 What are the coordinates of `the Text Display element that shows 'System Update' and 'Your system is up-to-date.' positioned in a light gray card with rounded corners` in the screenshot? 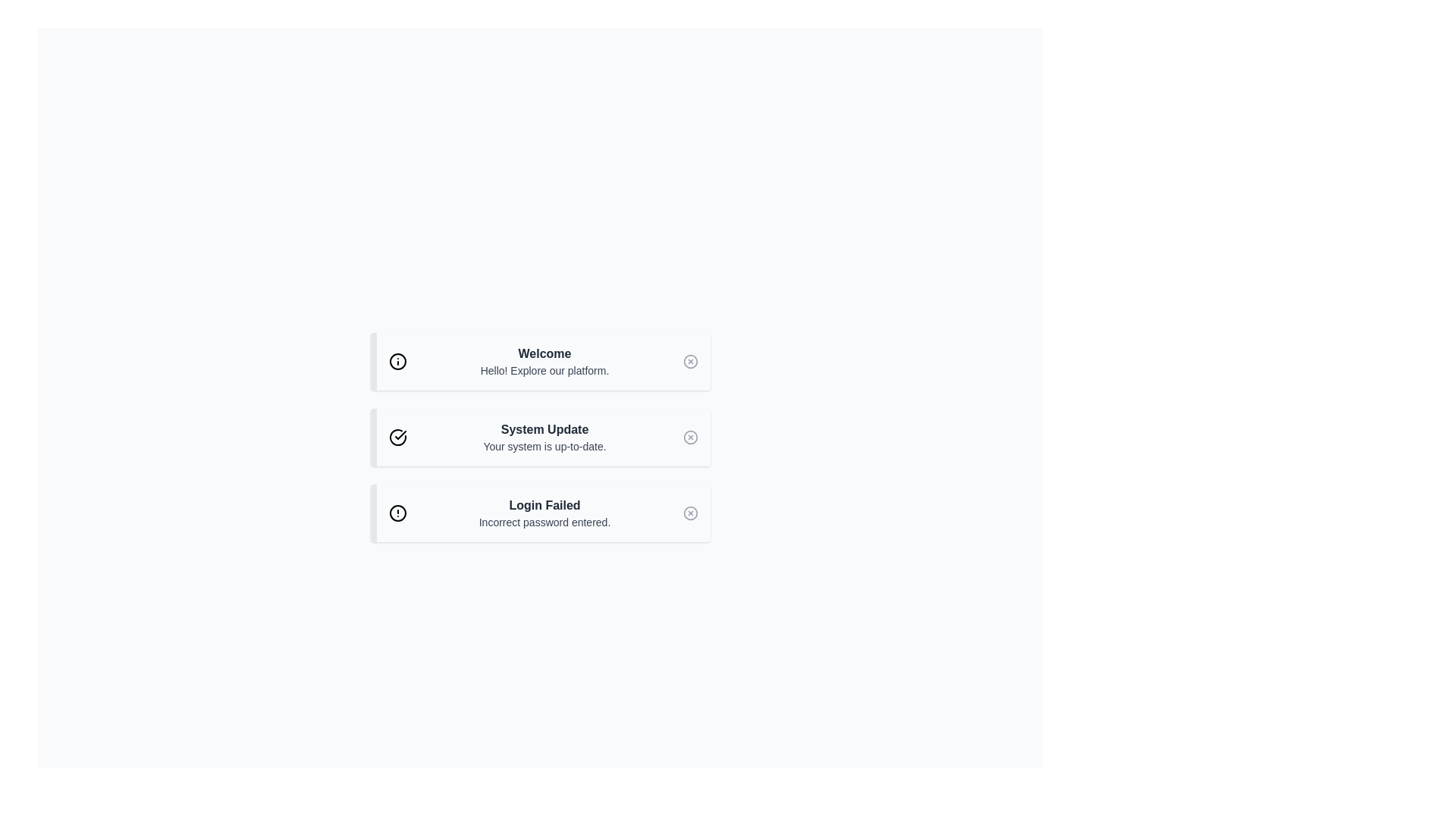 It's located at (544, 438).